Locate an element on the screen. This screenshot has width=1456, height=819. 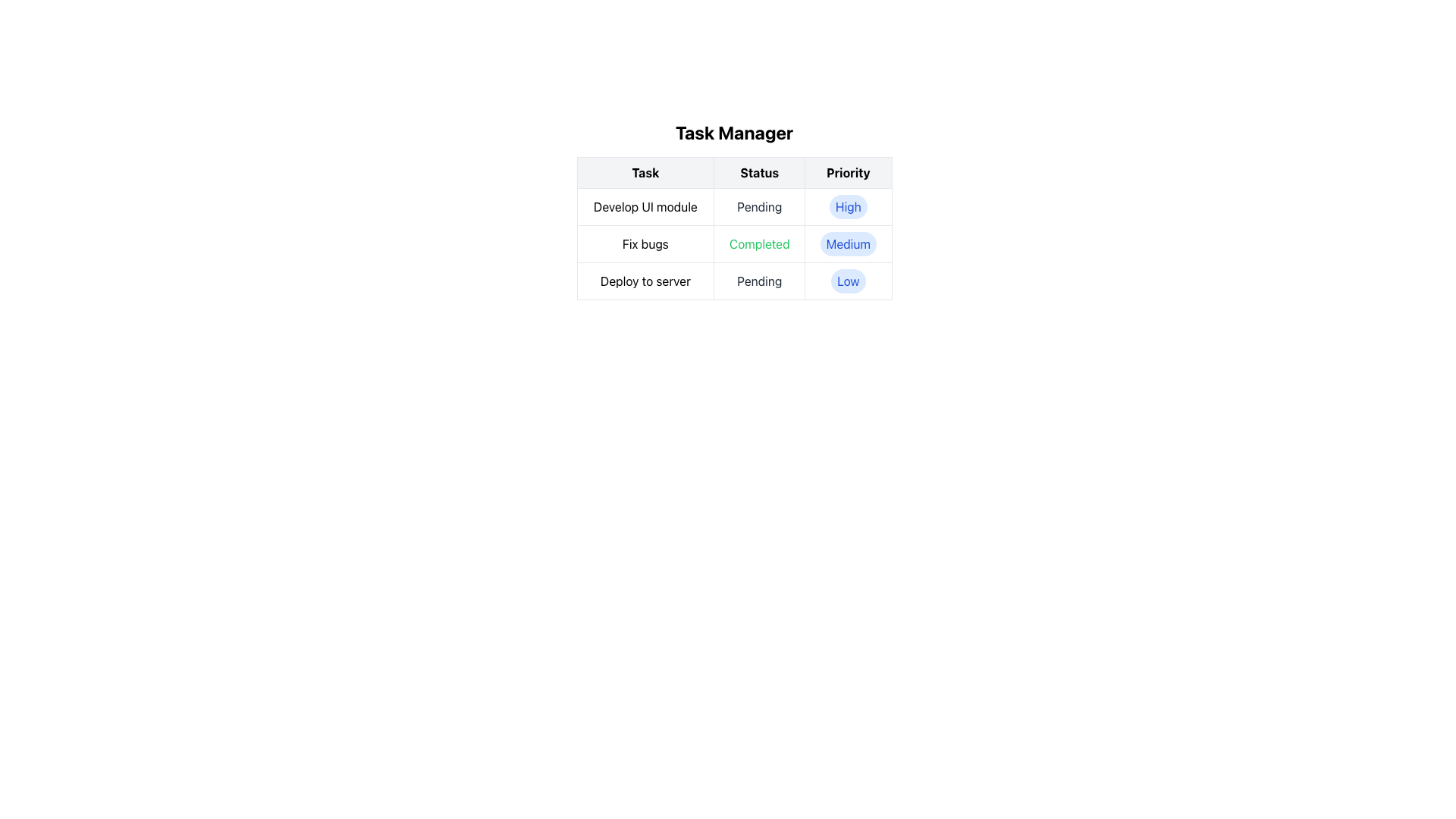
information displayed in the Text label located in the second row of the table under the 'Task Manager' header is located at coordinates (734, 243).